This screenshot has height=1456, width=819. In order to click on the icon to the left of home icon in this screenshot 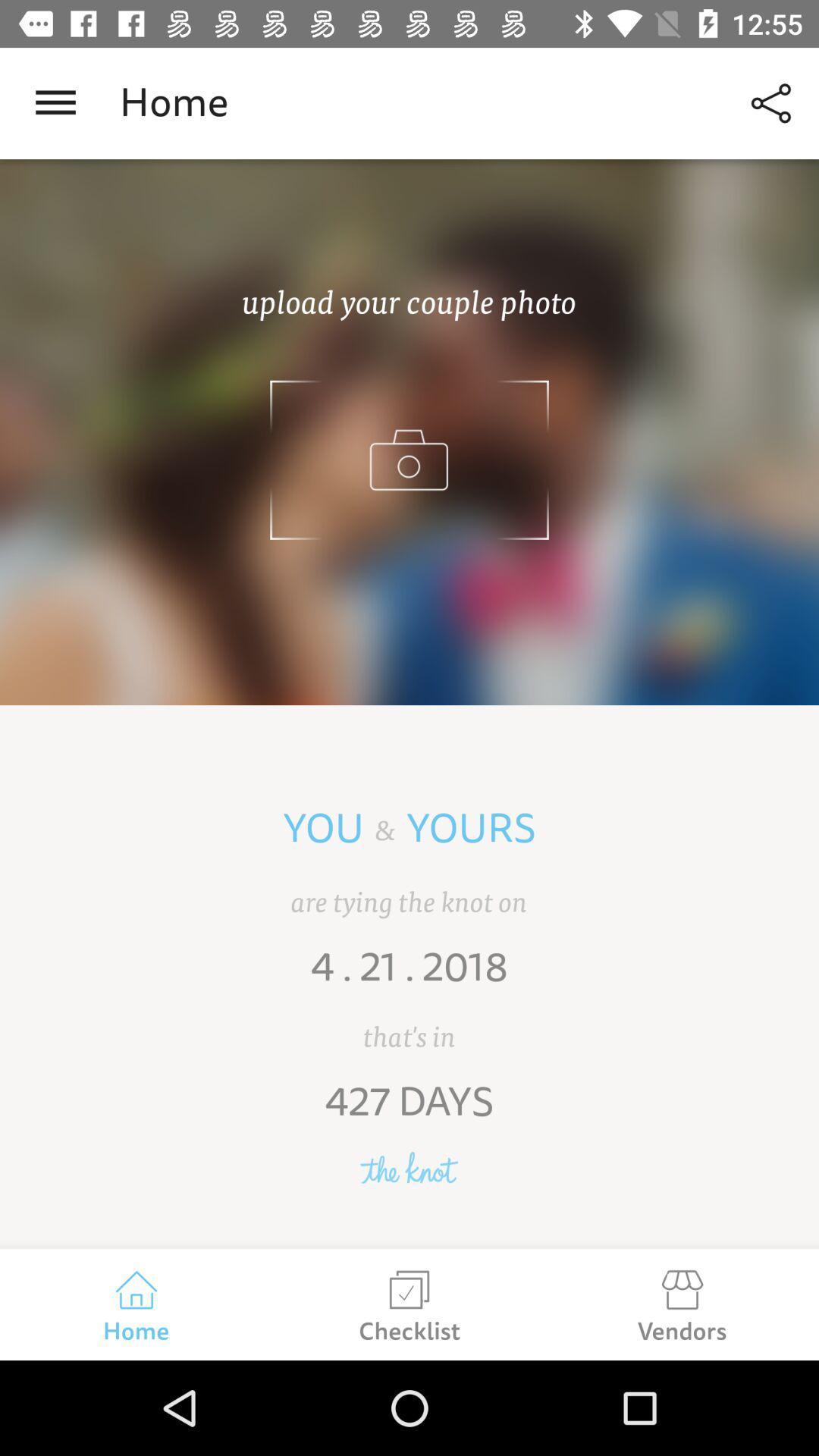, I will do `click(55, 102)`.